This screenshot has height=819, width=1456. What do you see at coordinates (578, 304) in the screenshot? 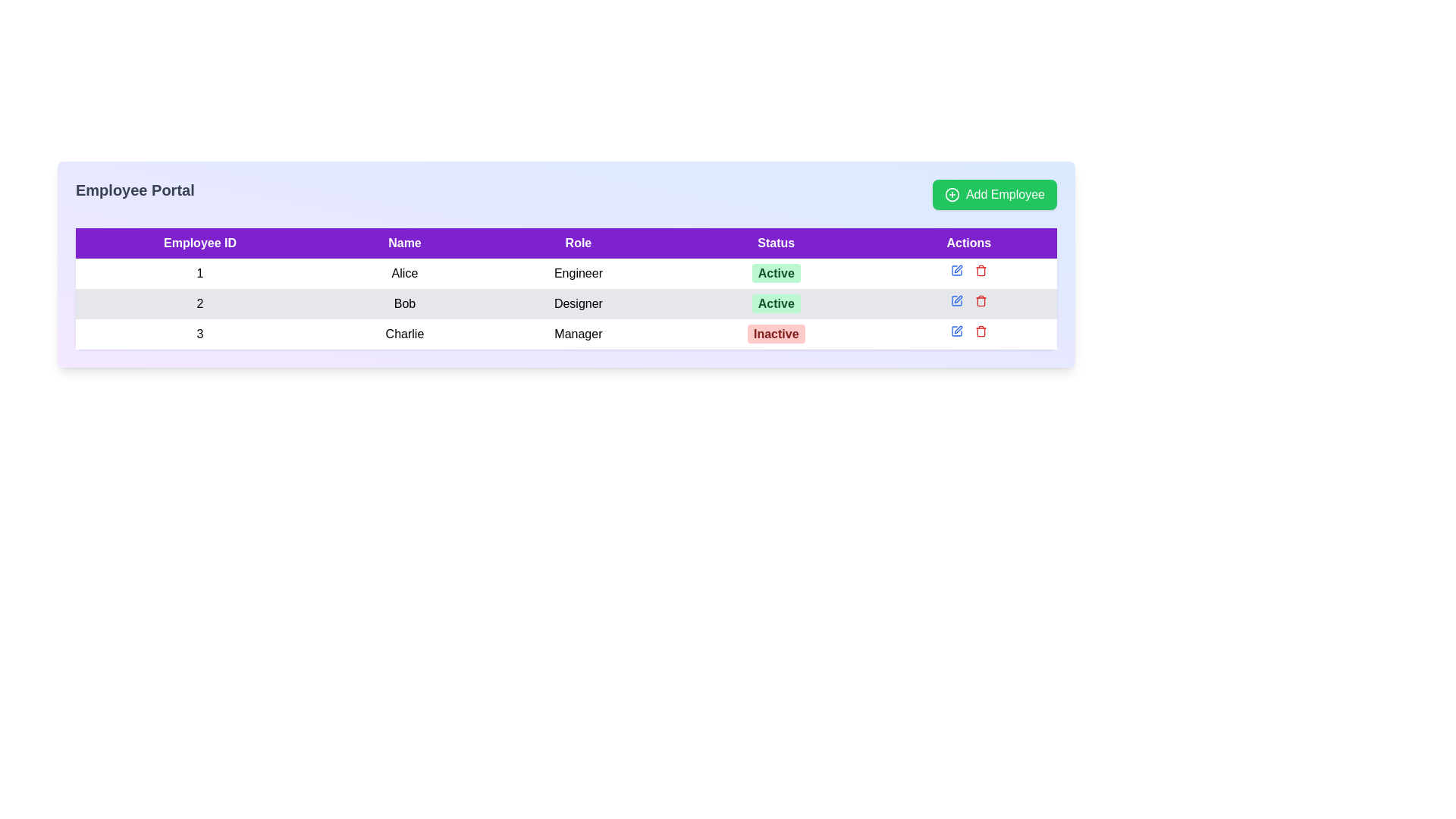
I see `the static text label displaying the job role or title of the individual in the second row and third column of the table, which is adjacent to 'Bob' on the left and 'Active' on the right` at bounding box center [578, 304].